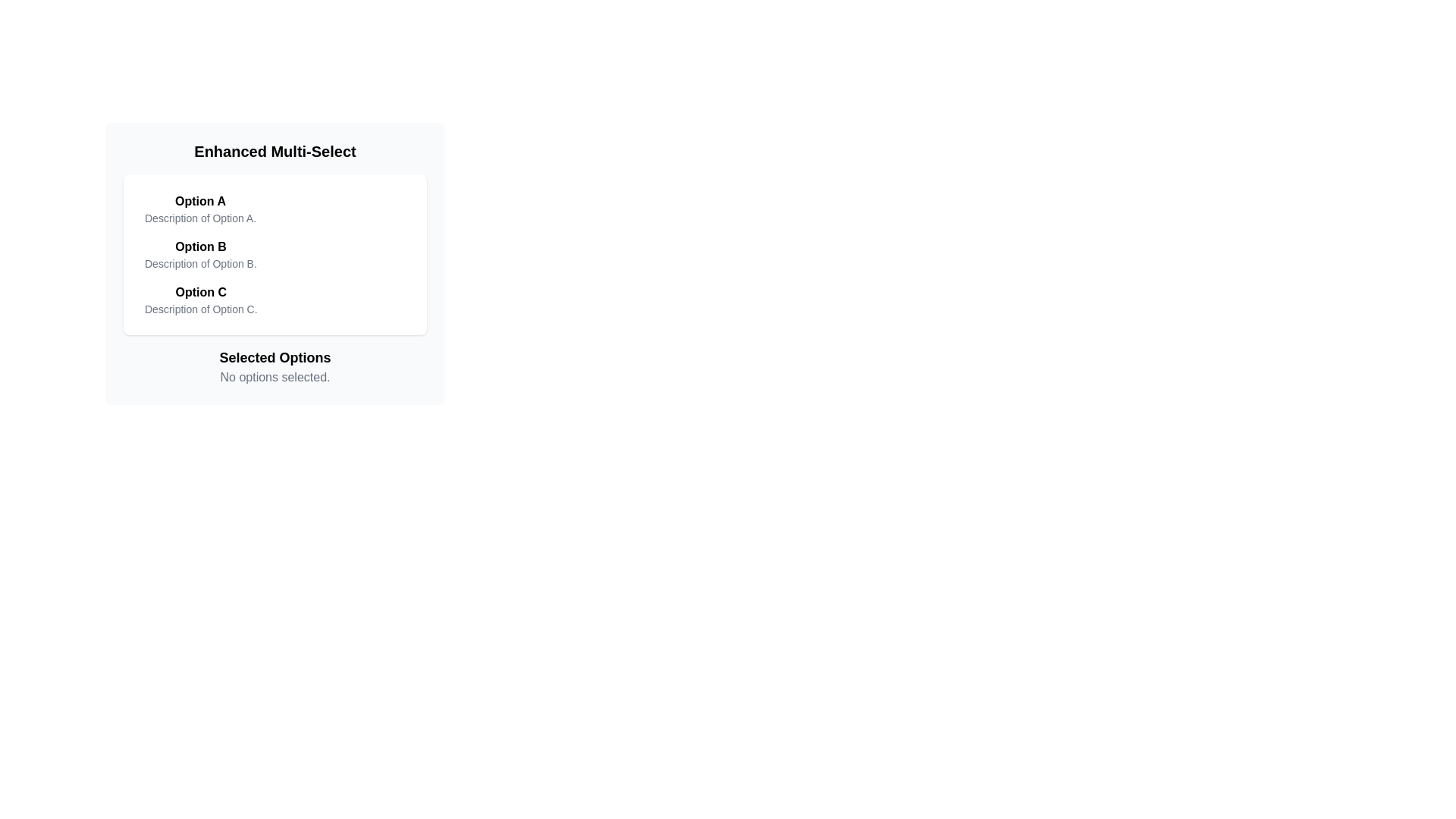 Image resolution: width=1456 pixels, height=819 pixels. Describe the element at coordinates (275, 376) in the screenshot. I see `the static informational text indicating that no selections have been made in the 'Enhanced Multi-Select' component, located beneath the 'Selected Options' label` at that location.